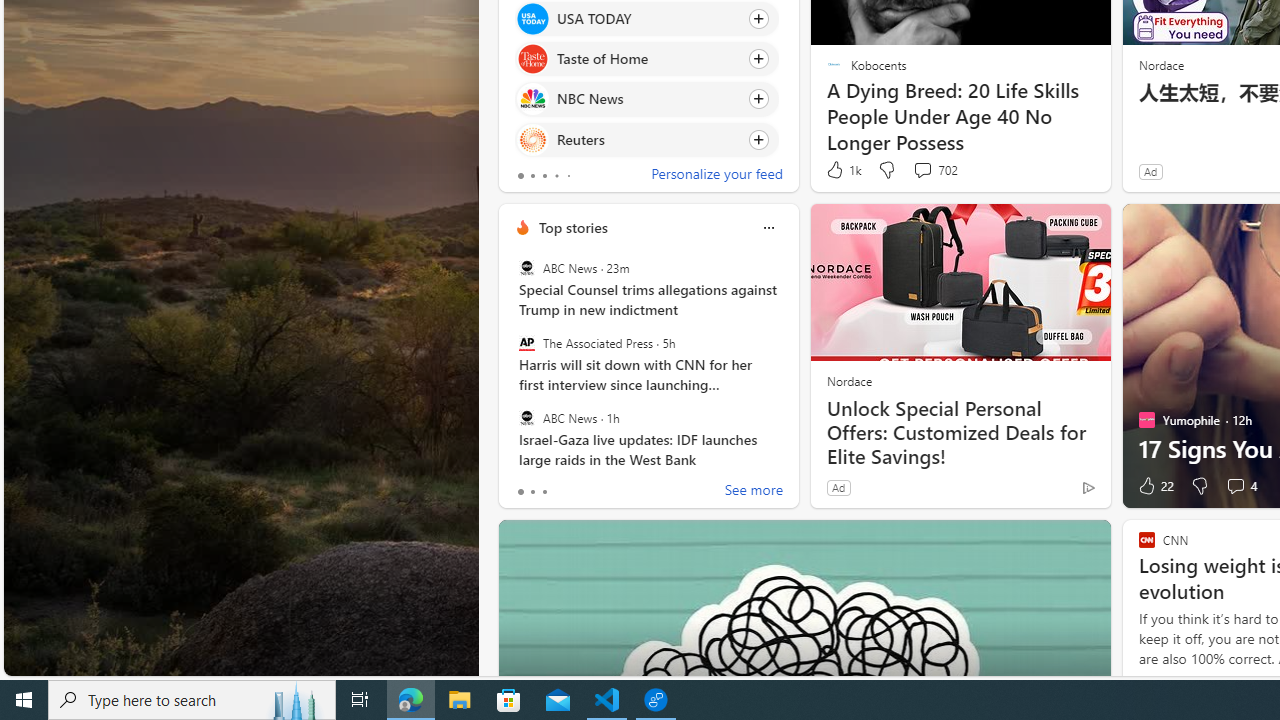 This screenshot has height=720, width=1280. I want to click on 'Personalize your feed', so click(716, 175).